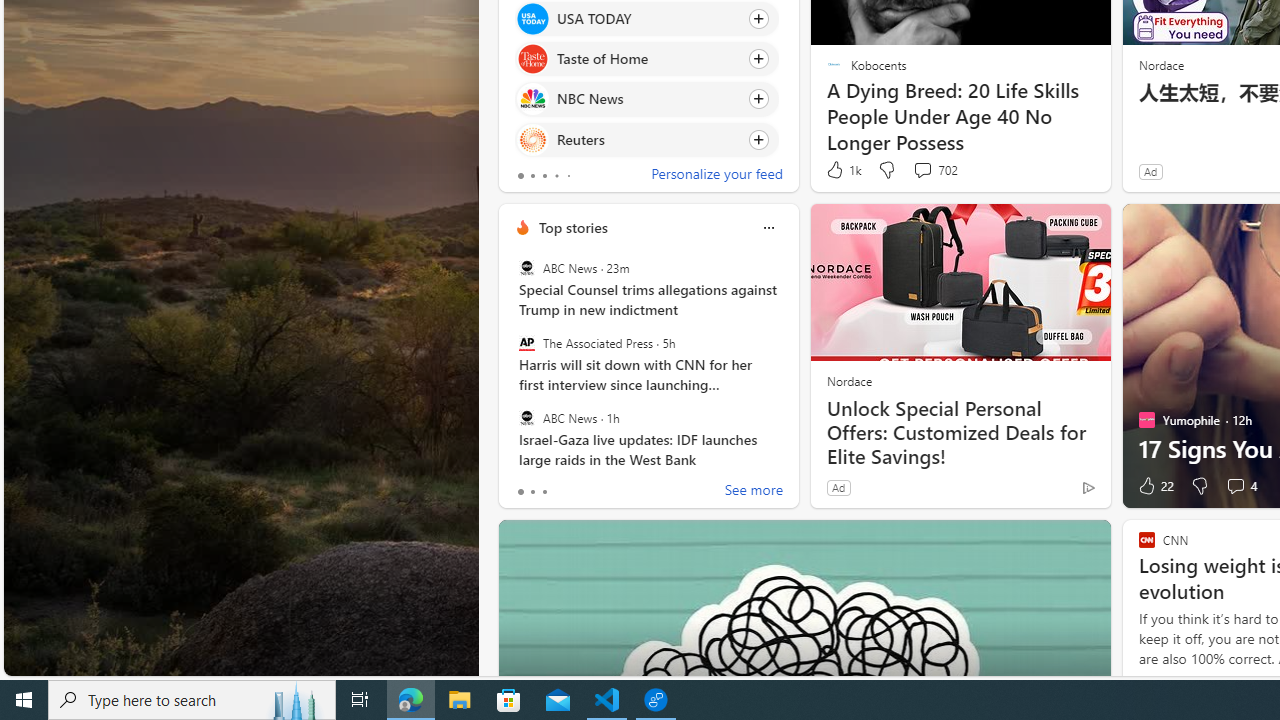 This screenshot has height=720, width=1280. I want to click on 'Personalize your feed', so click(716, 175).